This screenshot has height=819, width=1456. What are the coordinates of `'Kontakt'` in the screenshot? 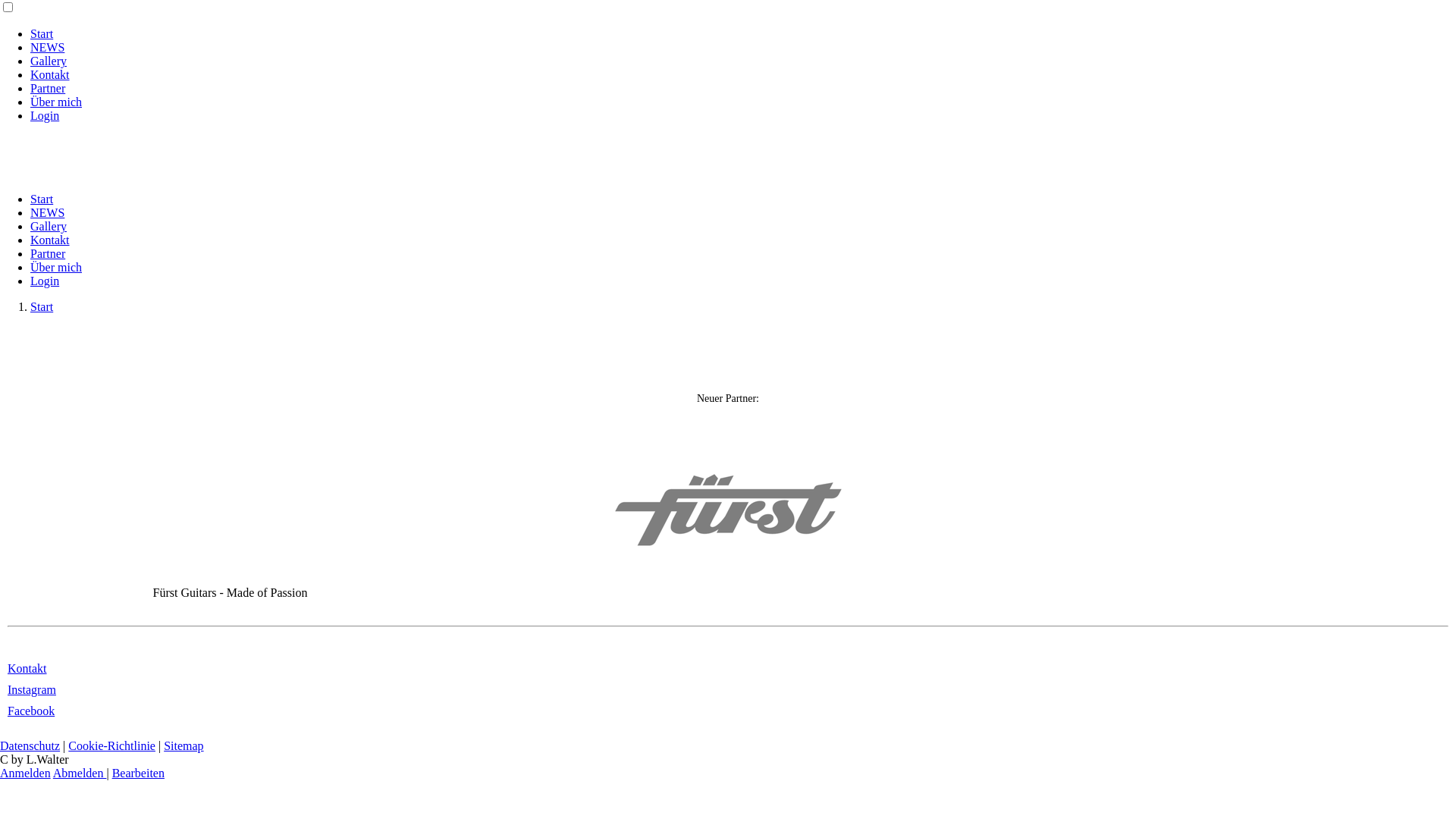 It's located at (50, 74).